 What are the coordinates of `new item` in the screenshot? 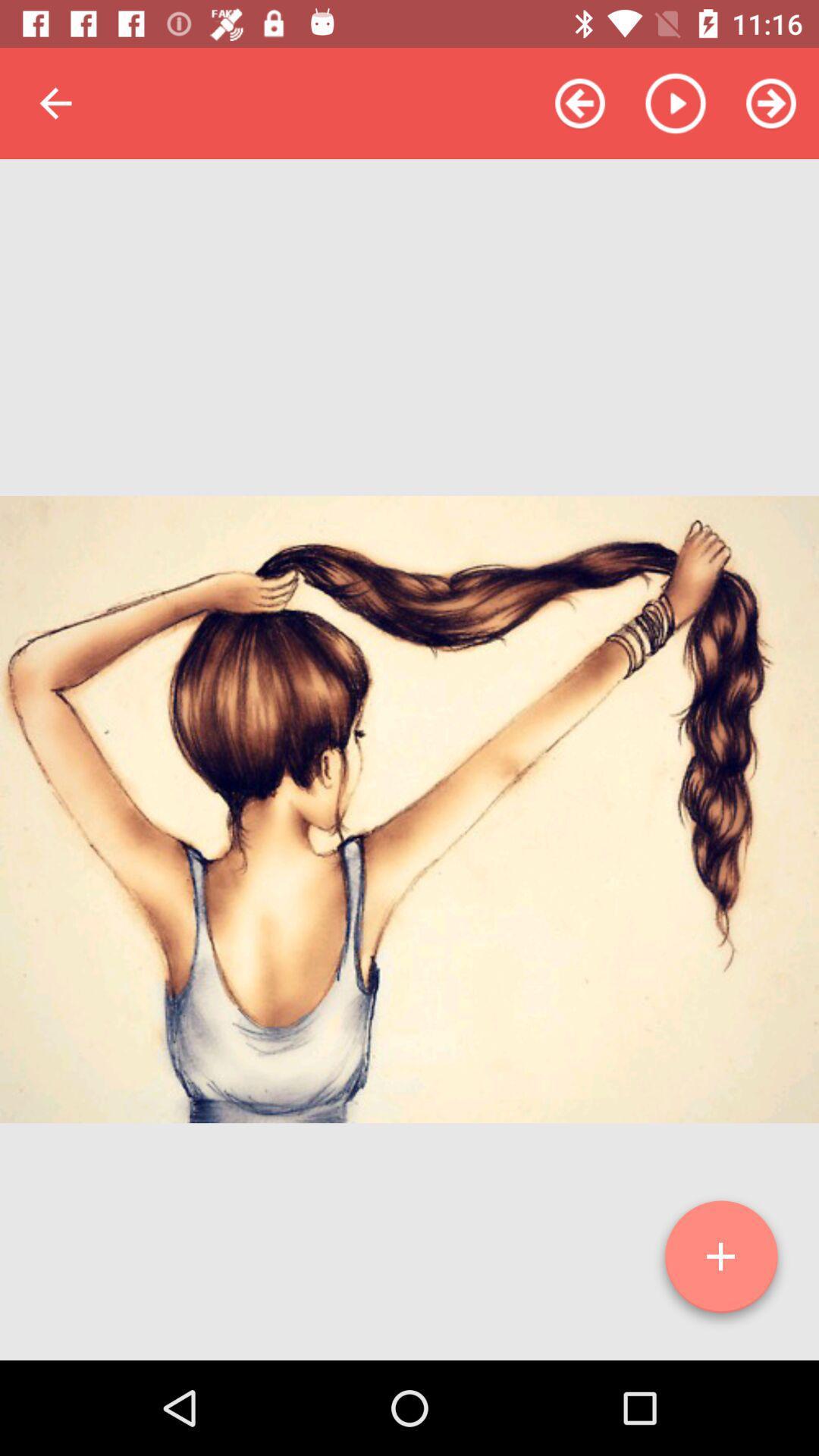 It's located at (720, 1263).